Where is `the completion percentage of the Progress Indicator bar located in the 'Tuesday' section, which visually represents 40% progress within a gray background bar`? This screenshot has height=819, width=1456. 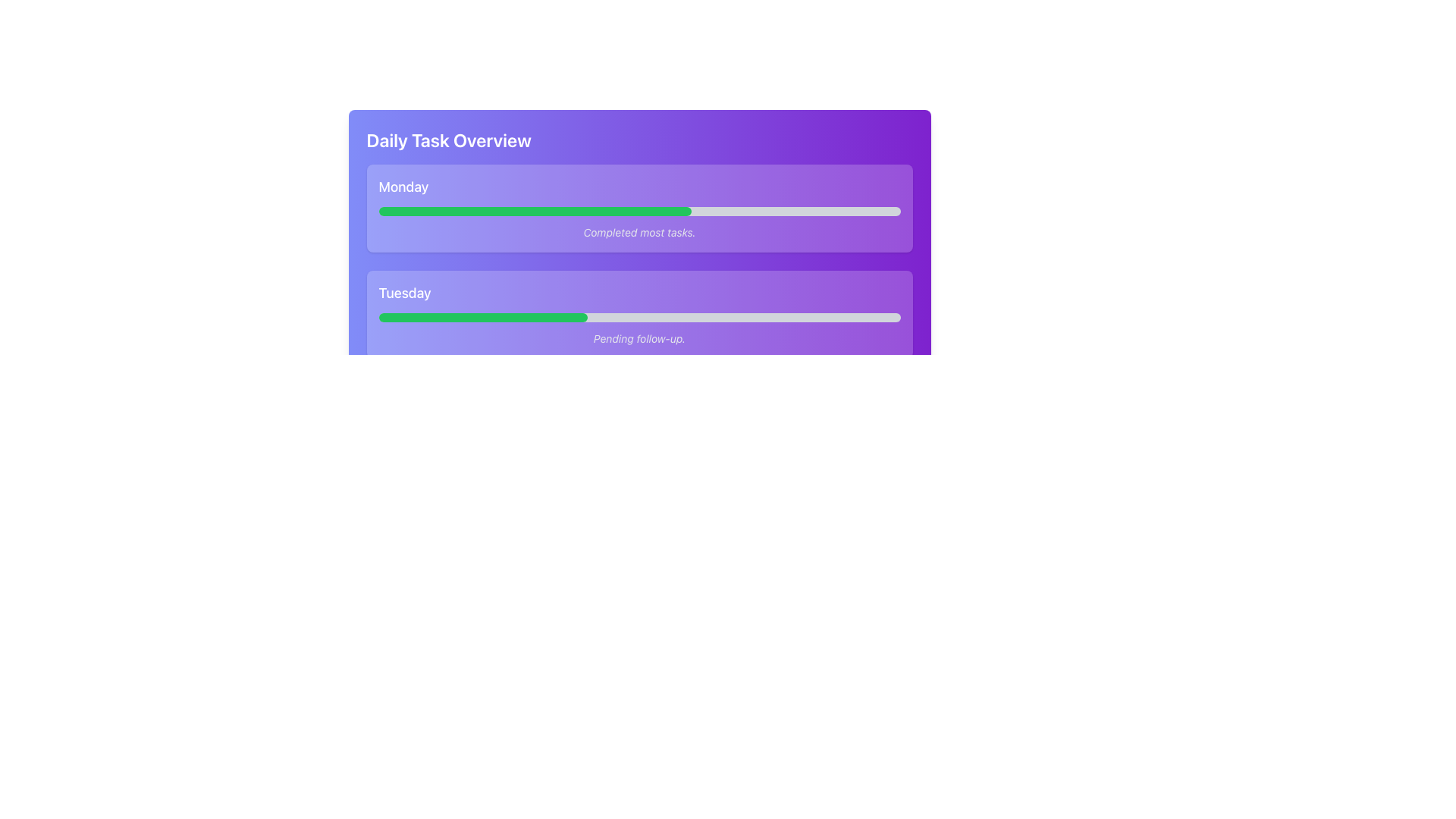
the completion percentage of the Progress Indicator bar located in the 'Tuesday' section, which visually represents 40% progress within a gray background bar is located at coordinates (482, 317).